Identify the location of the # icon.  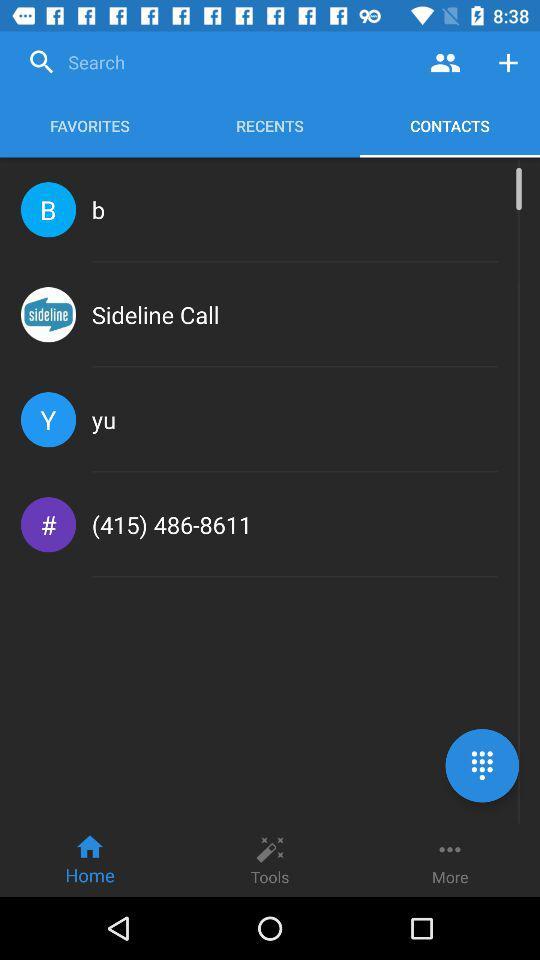
(48, 523).